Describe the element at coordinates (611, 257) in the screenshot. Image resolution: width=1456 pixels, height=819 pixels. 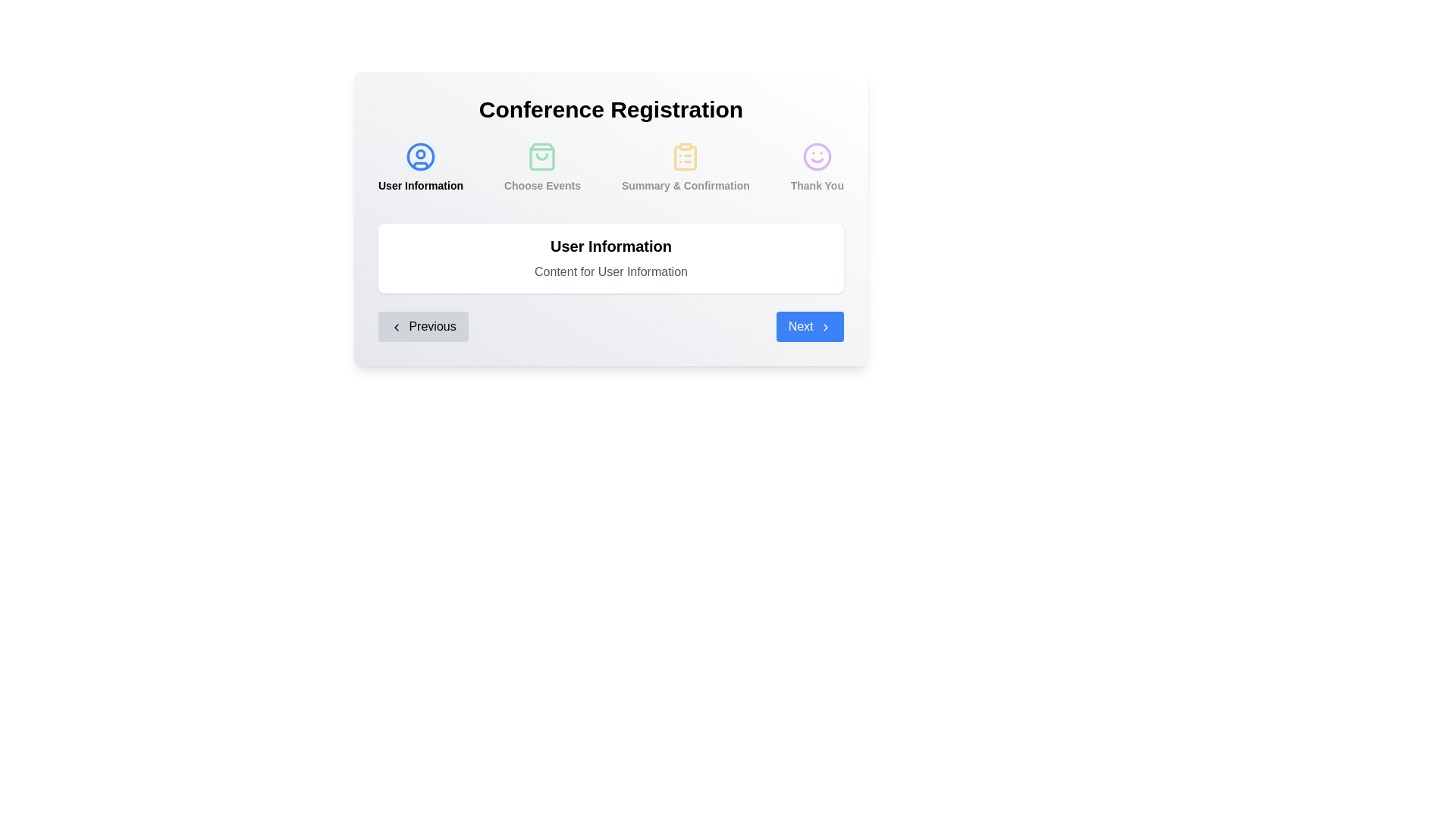
I see `the informational panel located centrally below the navigation section in the 'Conference Registration' interface` at that location.